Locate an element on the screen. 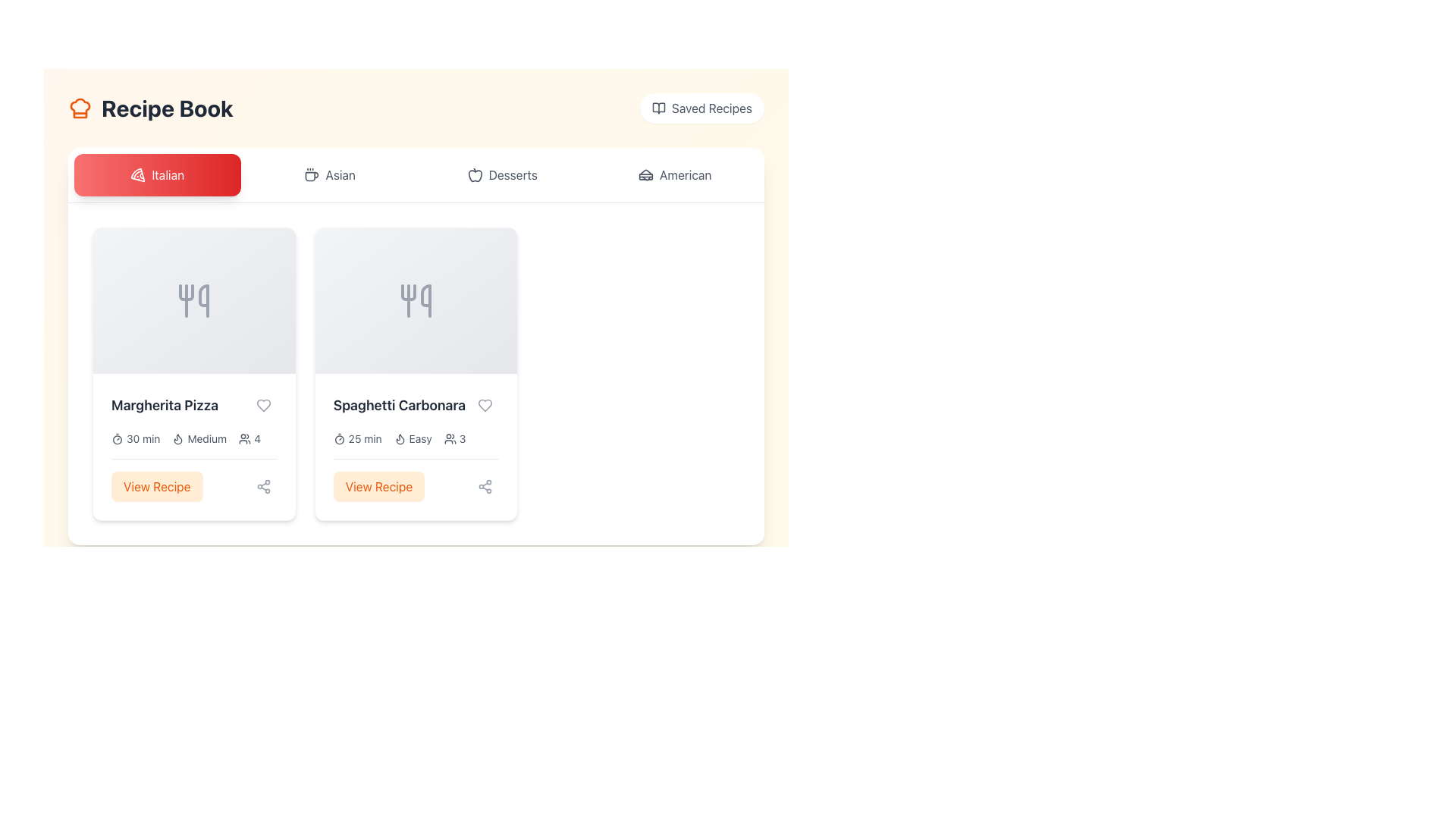 This screenshot has width=1456, height=819. the primary button located at the bottom of the second recipe card is located at coordinates (416, 480).